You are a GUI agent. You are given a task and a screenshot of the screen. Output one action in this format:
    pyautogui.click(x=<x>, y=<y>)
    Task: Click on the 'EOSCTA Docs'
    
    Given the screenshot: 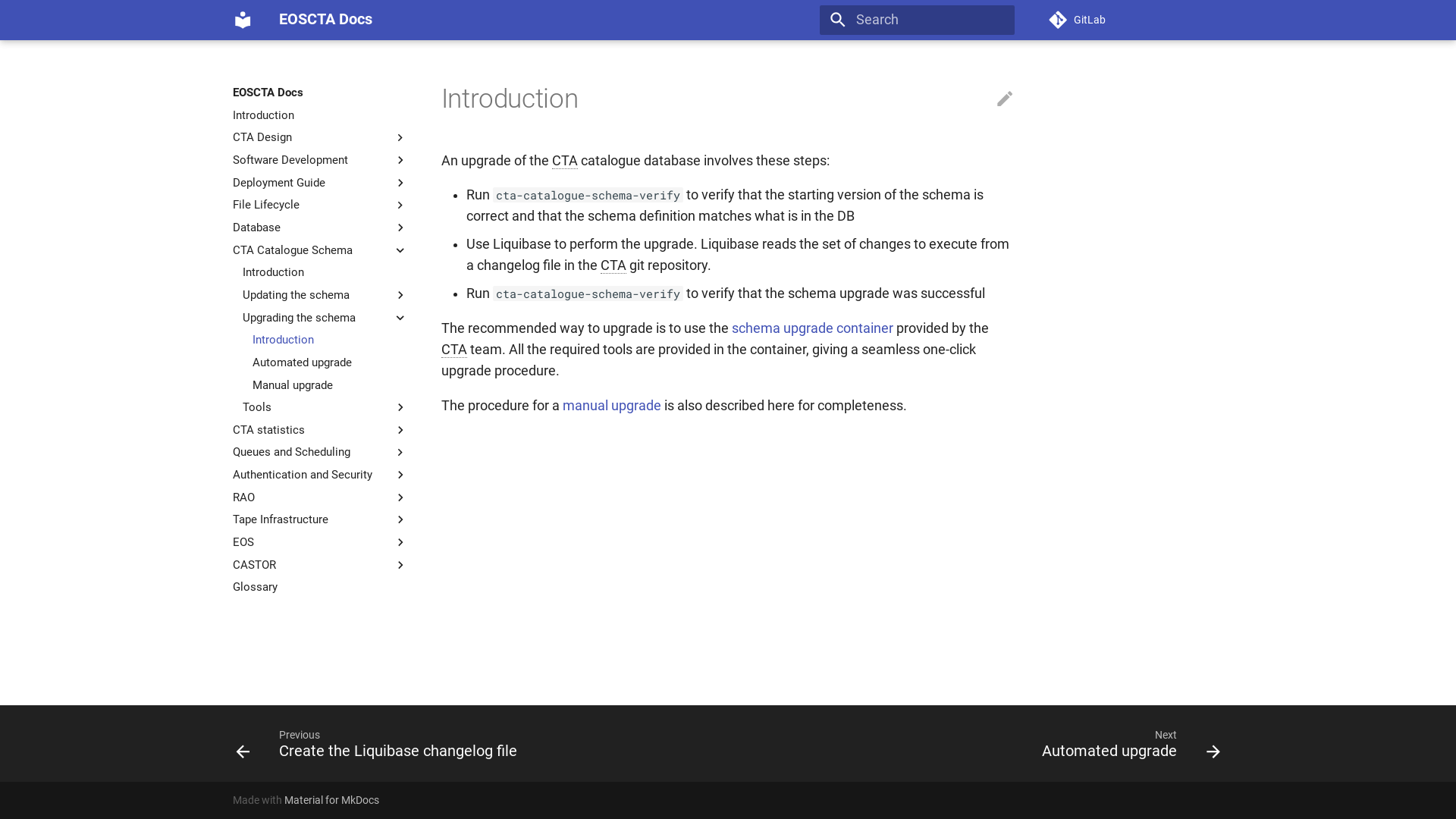 What is the action you would take?
    pyautogui.click(x=243, y=20)
    